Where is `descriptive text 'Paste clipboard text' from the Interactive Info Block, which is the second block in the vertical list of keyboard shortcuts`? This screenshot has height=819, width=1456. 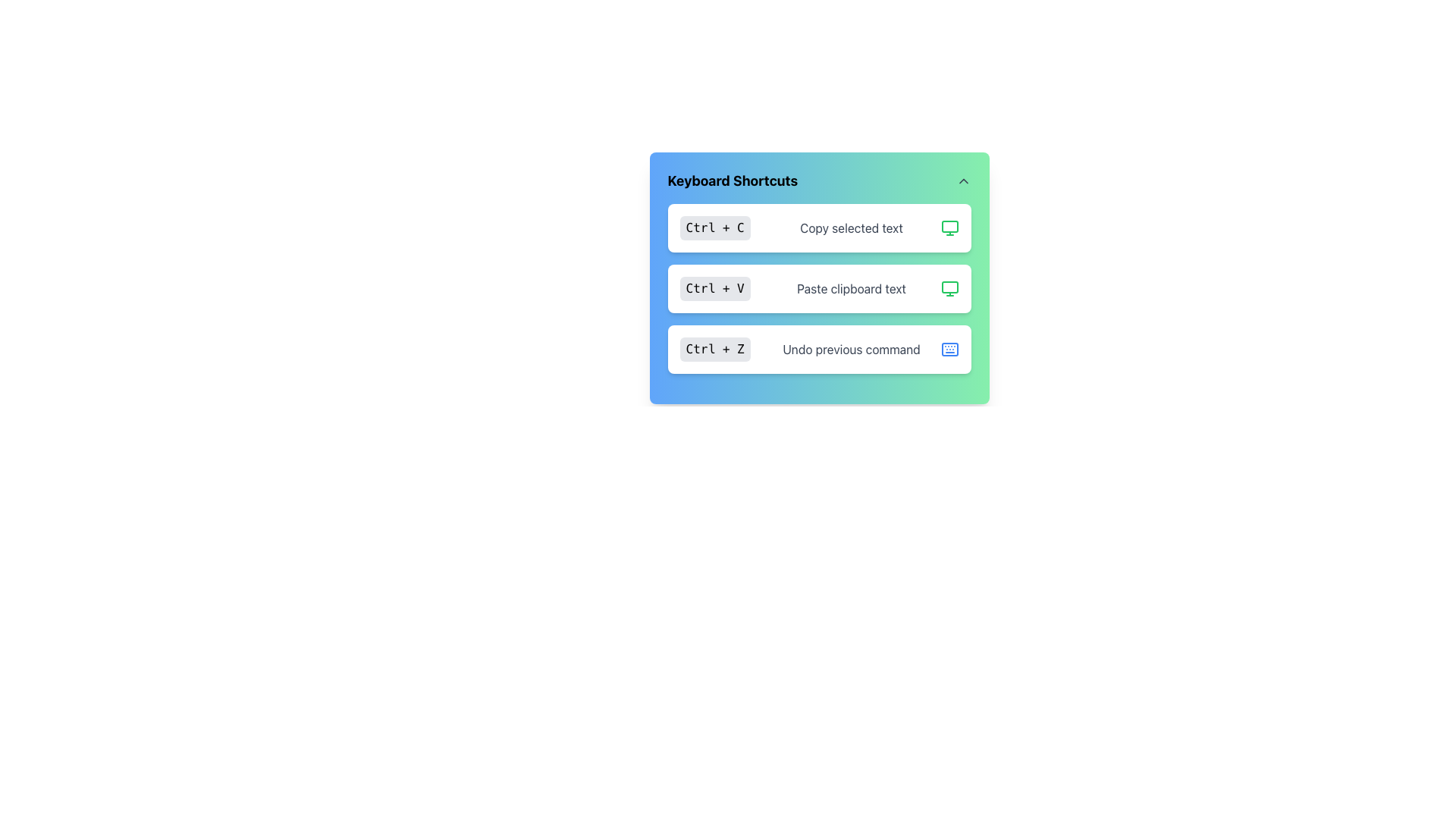 descriptive text 'Paste clipboard text' from the Interactive Info Block, which is the second block in the vertical list of keyboard shortcuts is located at coordinates (818, 289).